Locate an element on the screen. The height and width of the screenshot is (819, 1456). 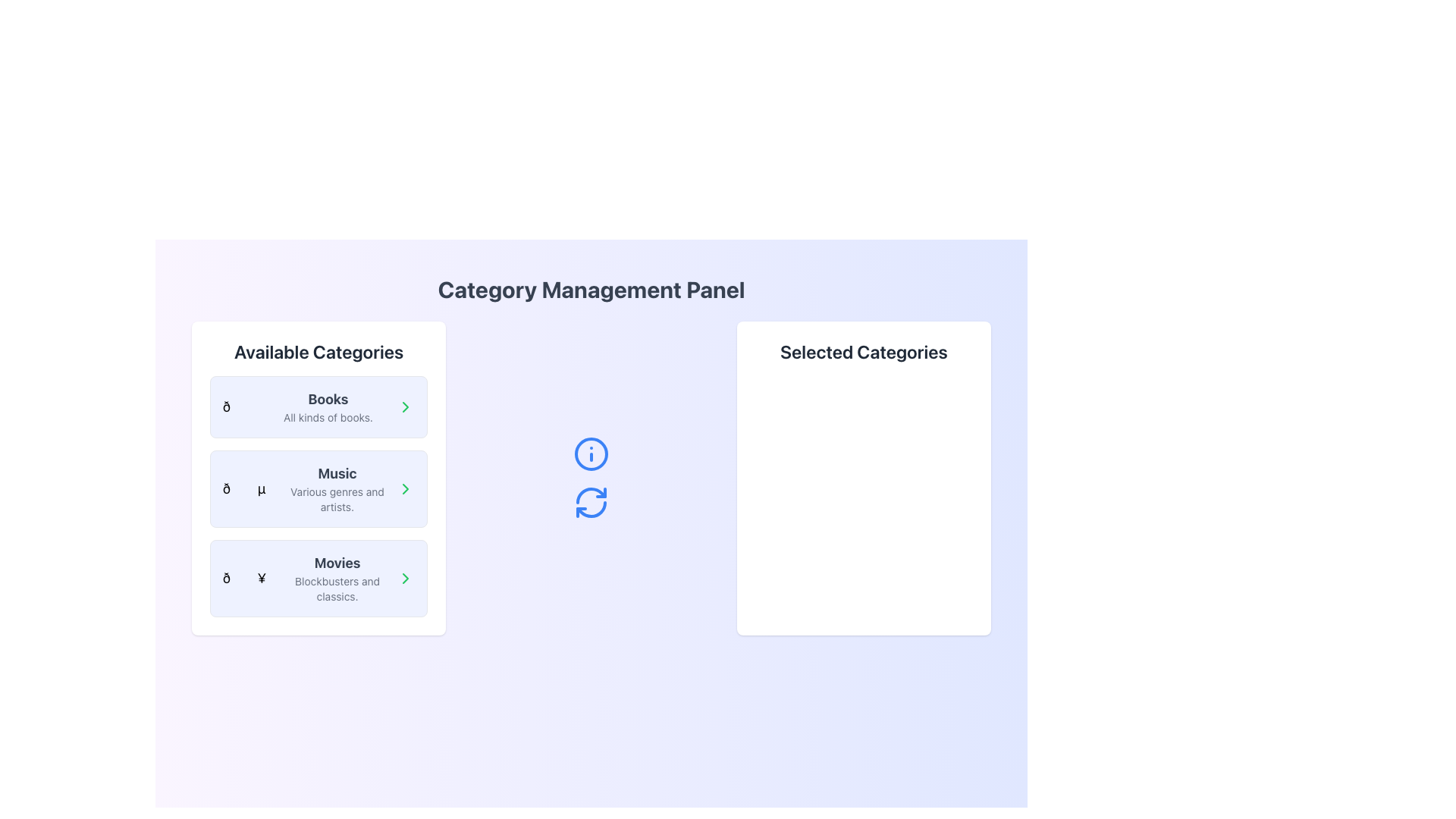
the refresh icon, which is a circular SVG element located centrally below the 'Information' icon, between 'Available Categories' and 'Selected Categories' is located at coordinates (600, 493).